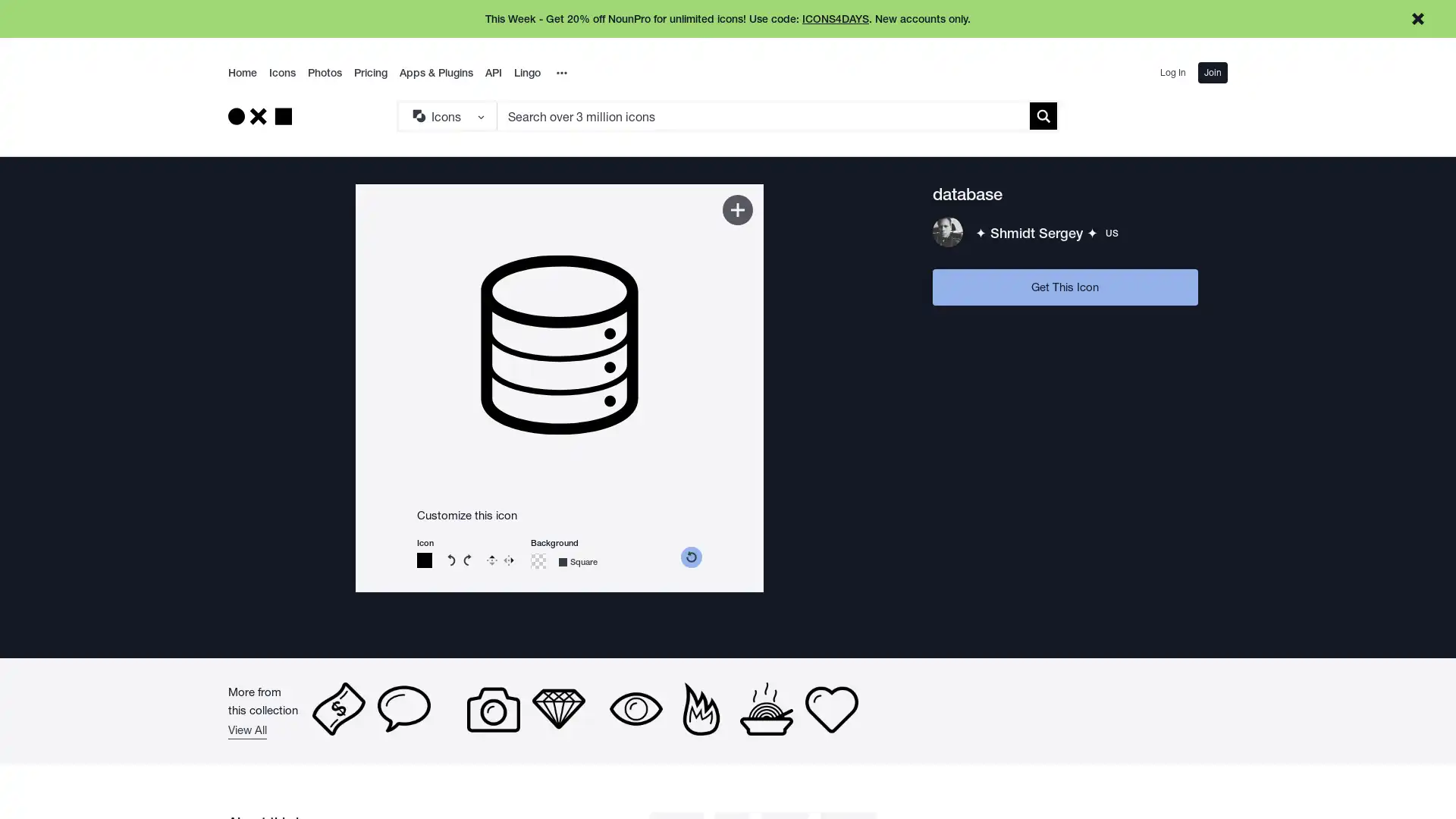 This screenshot has height=819, width=1456. What do you see at coordinates (560, 73) in the screenshot?
I see `Overflow Menu` at bounding box center [560, 73].